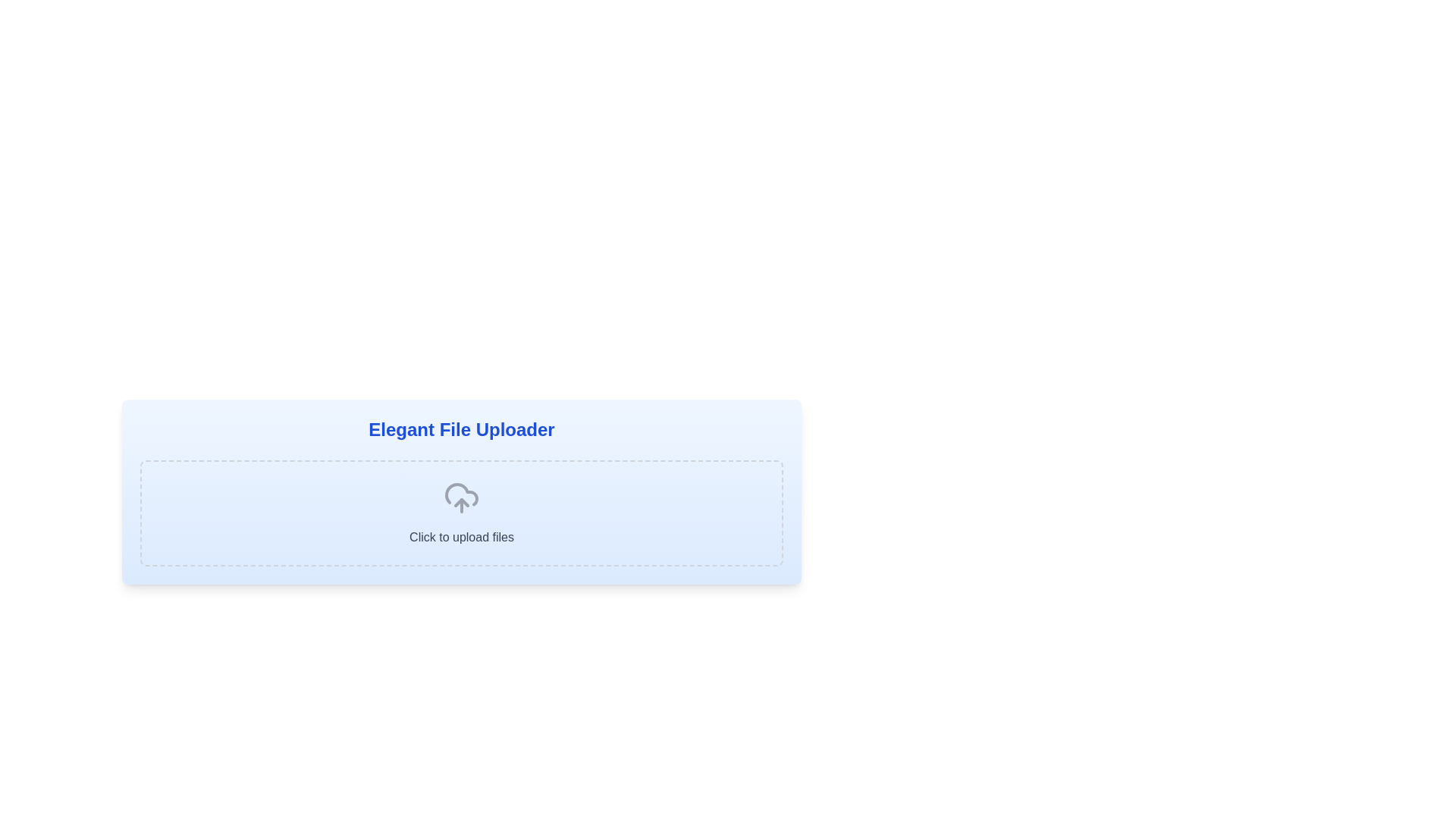 The image size is (1456, 819). I want to click on the cloud-shaped icon with an upward-pointing arrow, located at the center of the dashed rectangular area labeled 'Click to upload files', so click(461, 497).